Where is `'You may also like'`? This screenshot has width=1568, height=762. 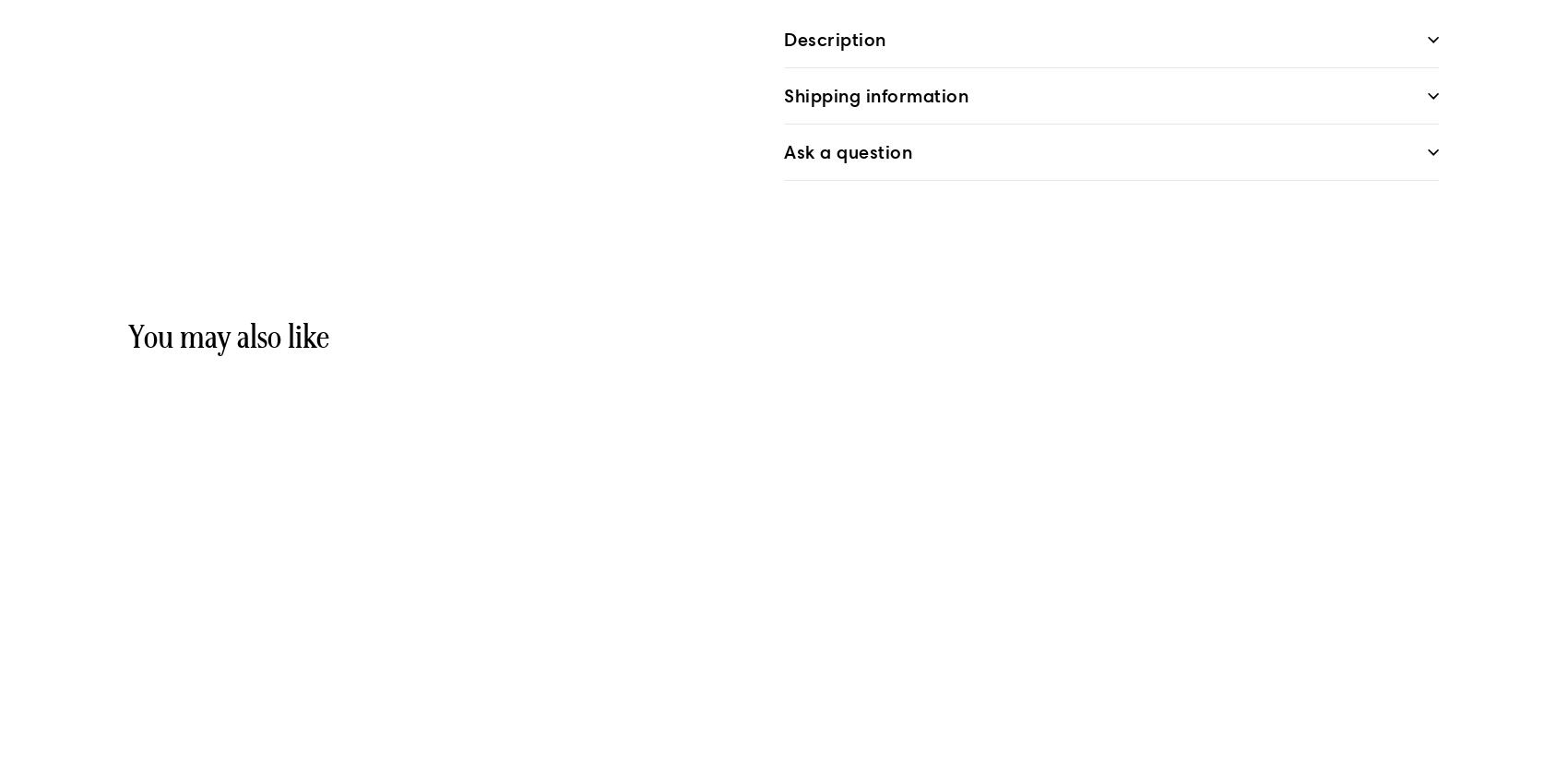
'You may also like' is located at coordinates (128, 336).